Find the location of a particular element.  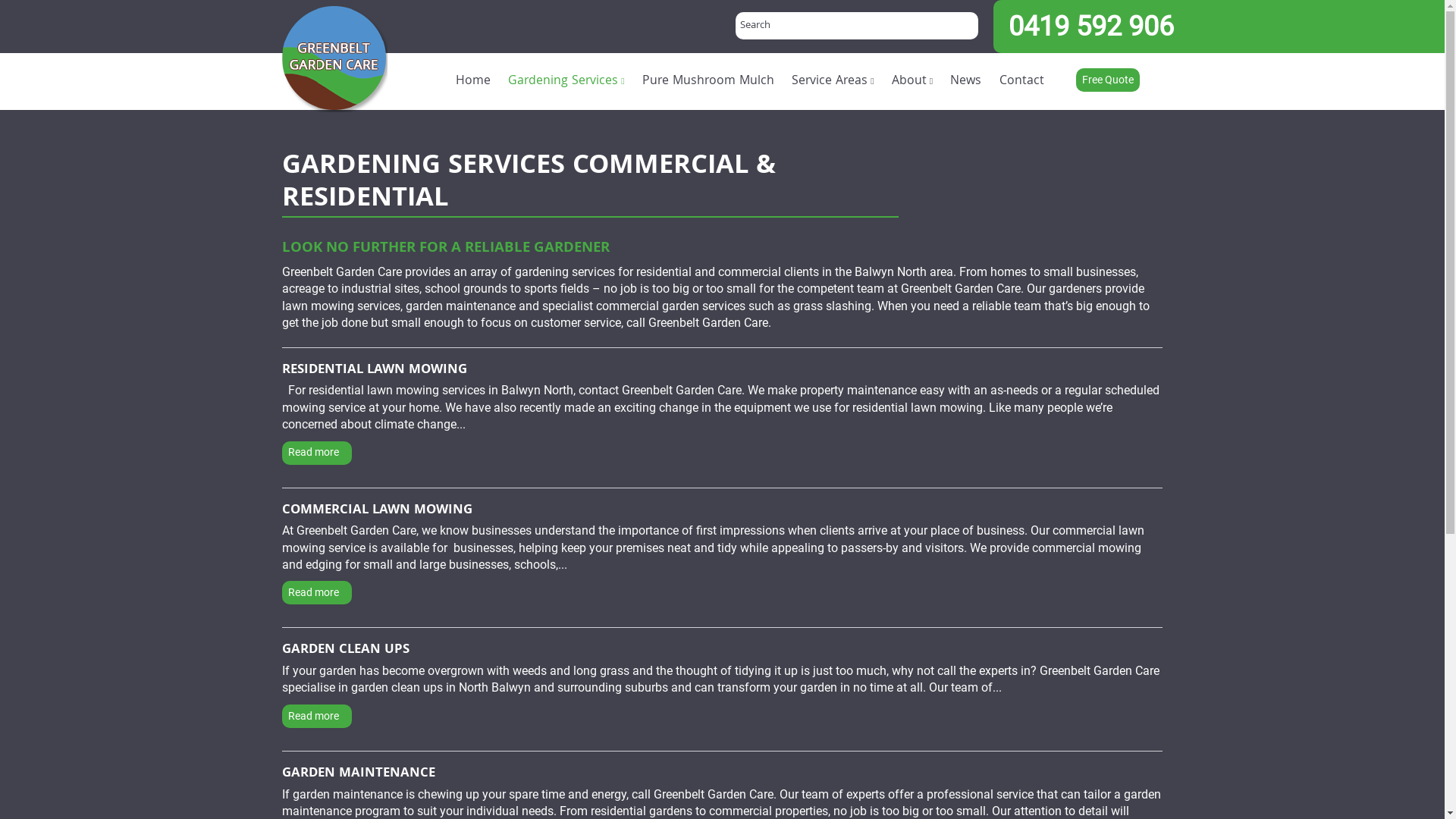

'COMMERCIAL LAWN MOWING' is located at coordinates (377, 511).